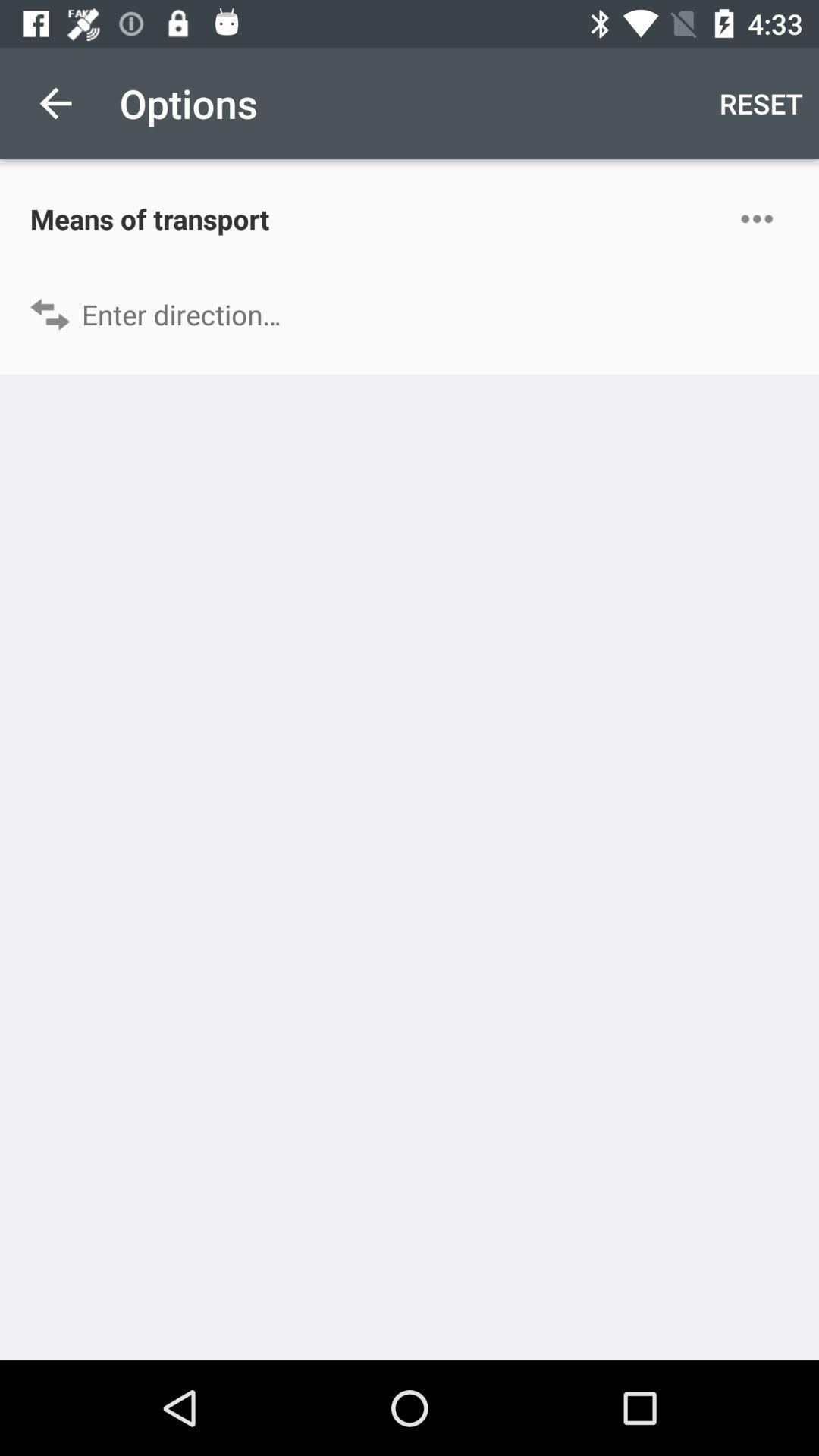  I want to click on icon to the left of options, so click(55, 102).